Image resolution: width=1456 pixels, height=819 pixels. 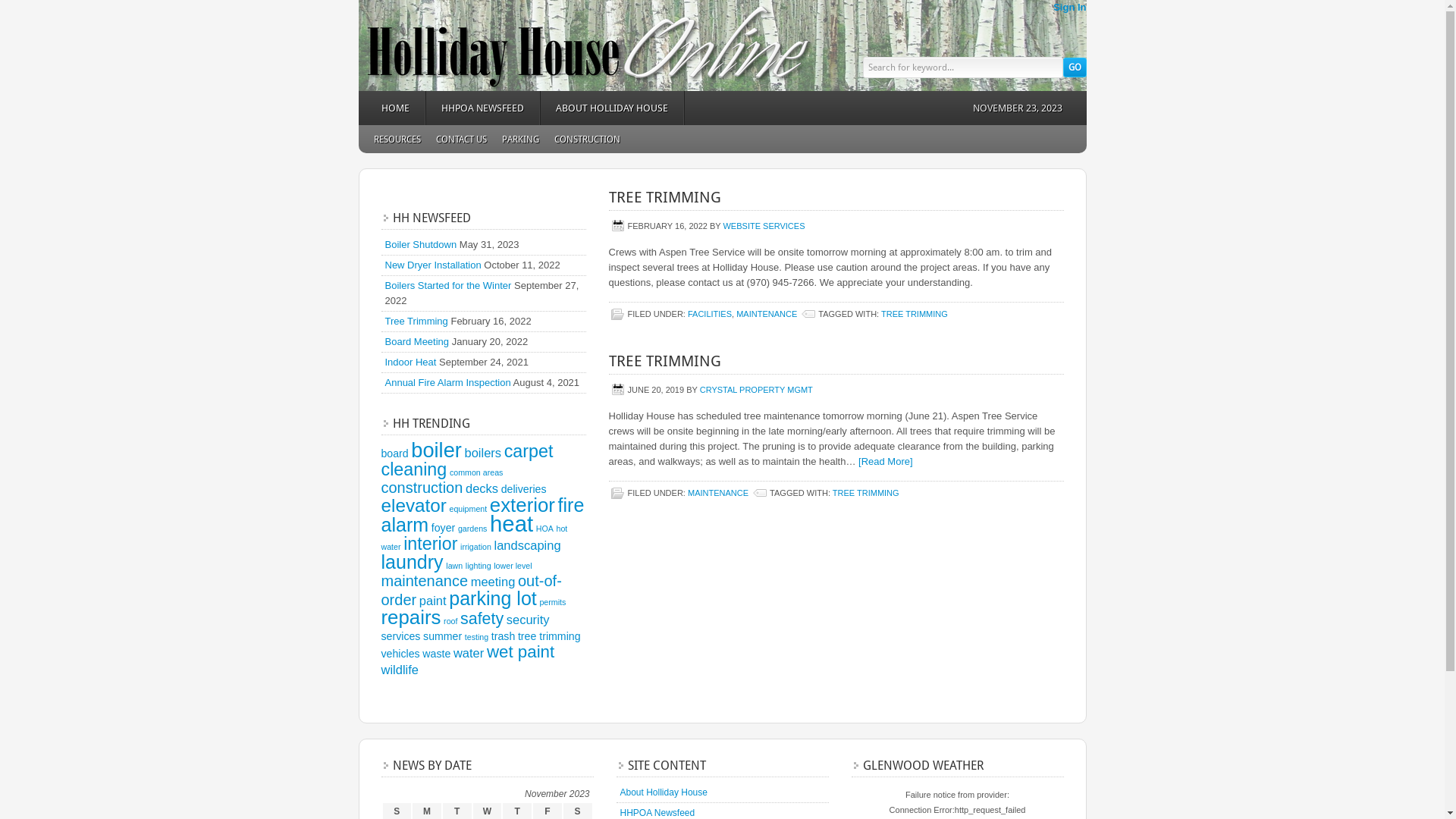 What do you see at coordinates (432, 599) in the screenshot?
I see `'paint'` at bounding box center [432, 599].